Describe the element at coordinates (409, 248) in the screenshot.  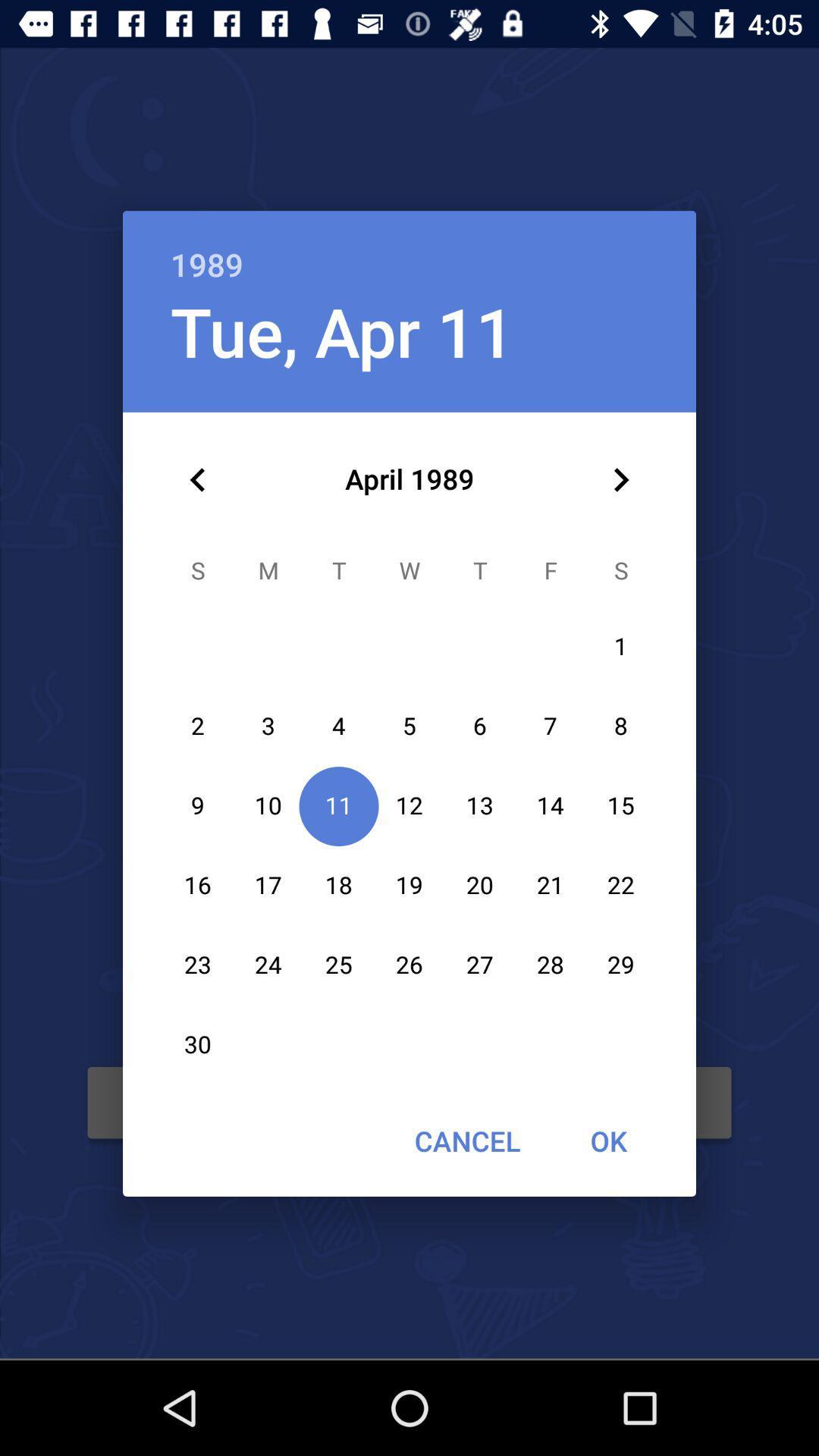
I see `the item above tue, apr 11` at that location.